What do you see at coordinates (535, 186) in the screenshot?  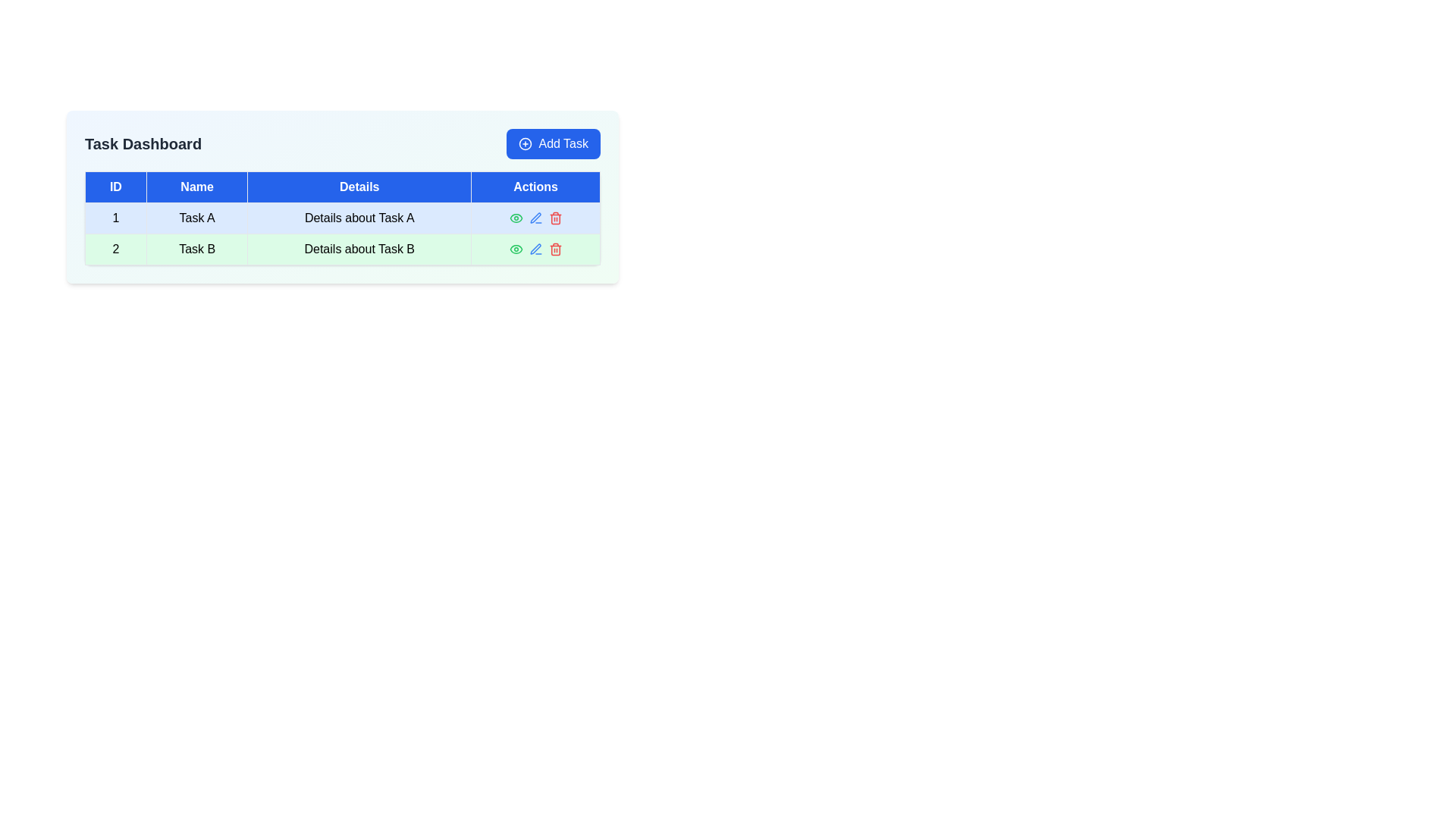 I see `the static text label serving as the column header for the 'Actions' section in the table, which is located at the rightmost side of the header row` at bounding box center [535, 186].